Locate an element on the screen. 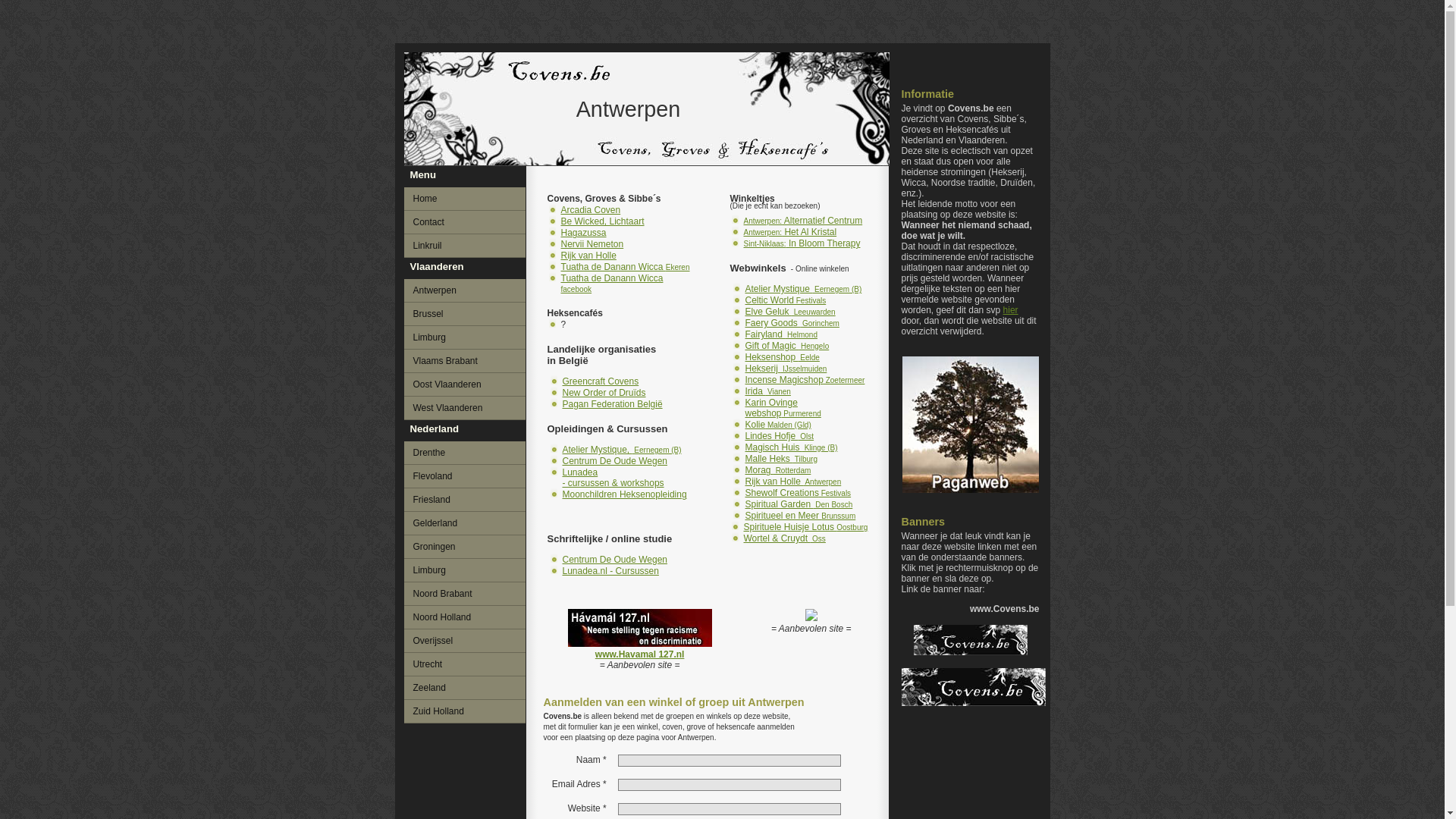 Image resolution: width=1456 pixels, height=819 pixels. 'Arcadia Coven' is located at coordinates (590, 210).